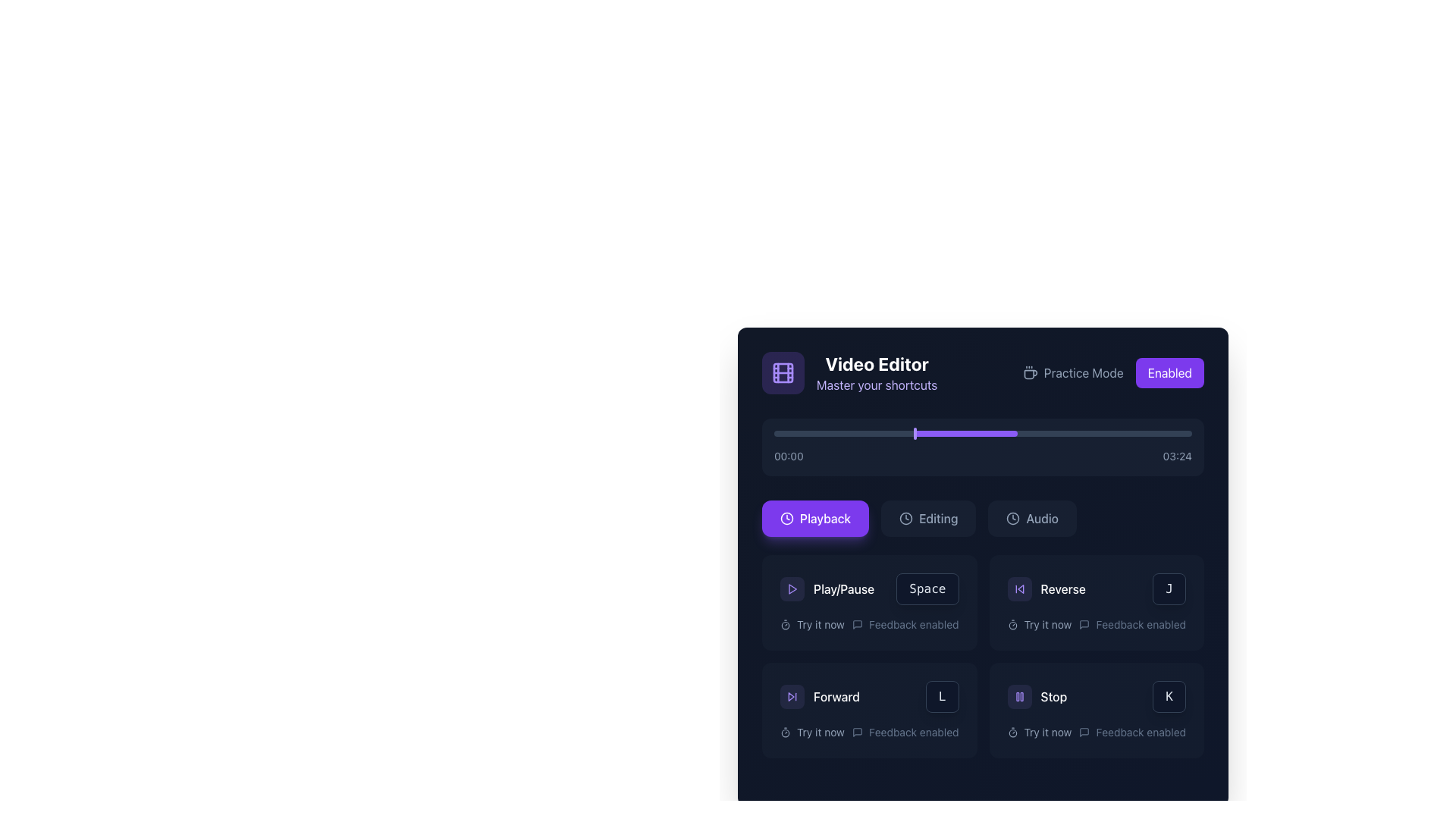  Describe the element at coordinates (869, 625) in the screenshot. I see `the 'Try it now' button located below the 'Play/Pause' and 'Space' buttons in the 'Video Editor' section, which provides textual feedback and call-to-action information` at that location.